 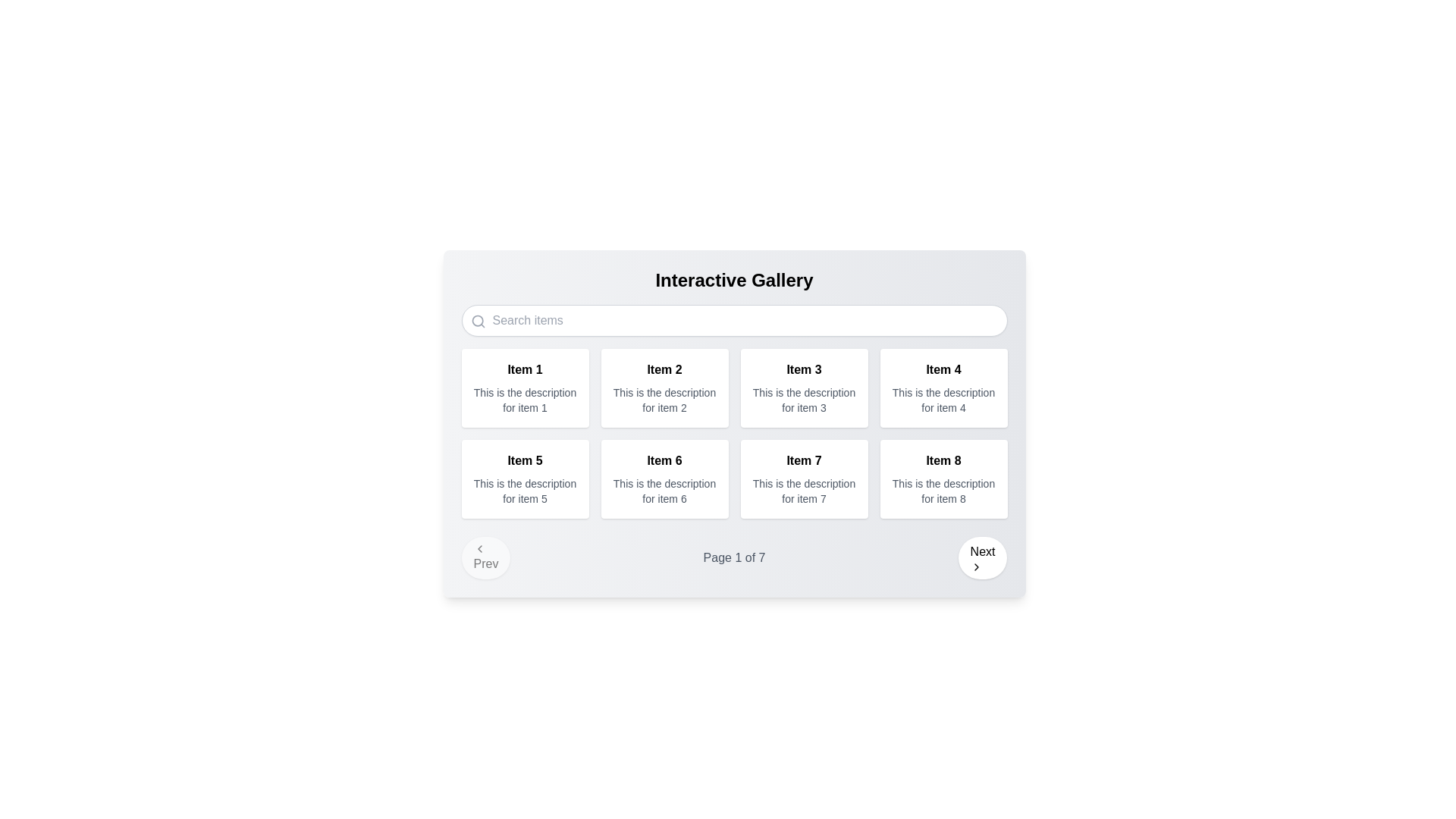 I want to click on the gray magnifying glass icon, which is styled as an SVG graphic and positioned to the left of the search input field, so click(x=477, y=321).